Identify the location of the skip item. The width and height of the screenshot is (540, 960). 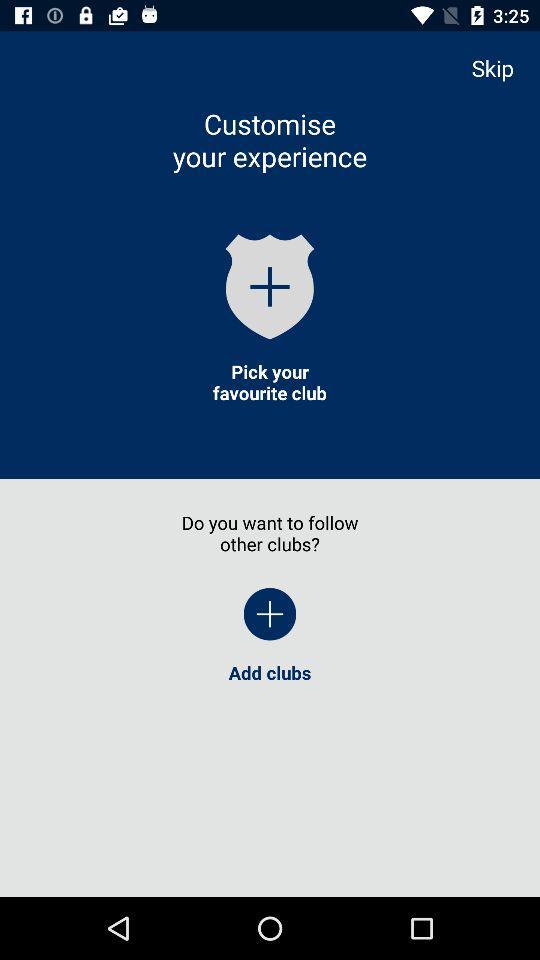
(501, 68).